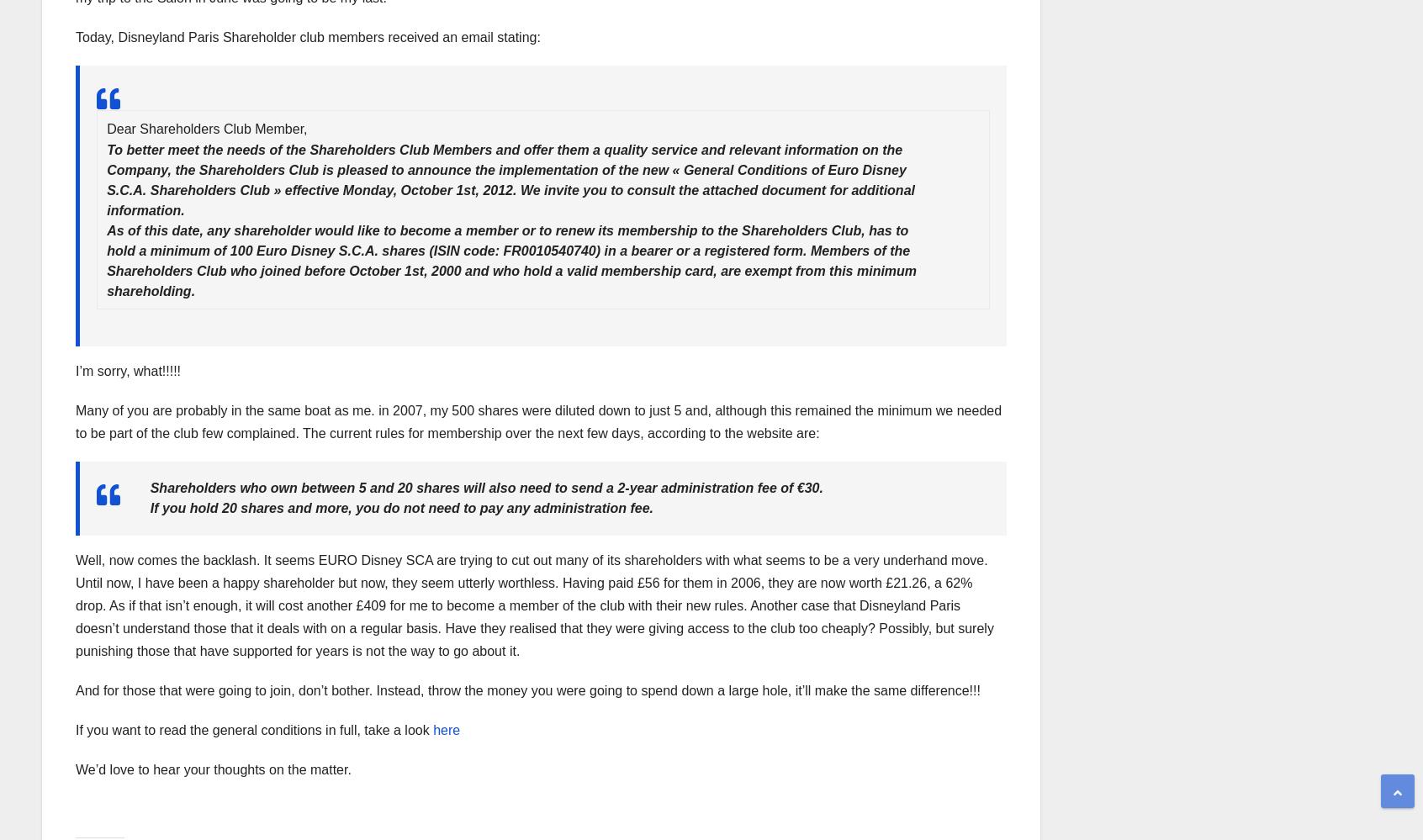 The height and width of the screenshot is (840, 1423). What do you see at coordinates (505, 179) in the screenshot?
I see `'« General Conditions of Euro Disney S.C.A. Shareholders Club »'` at bounding box center [505, 179].